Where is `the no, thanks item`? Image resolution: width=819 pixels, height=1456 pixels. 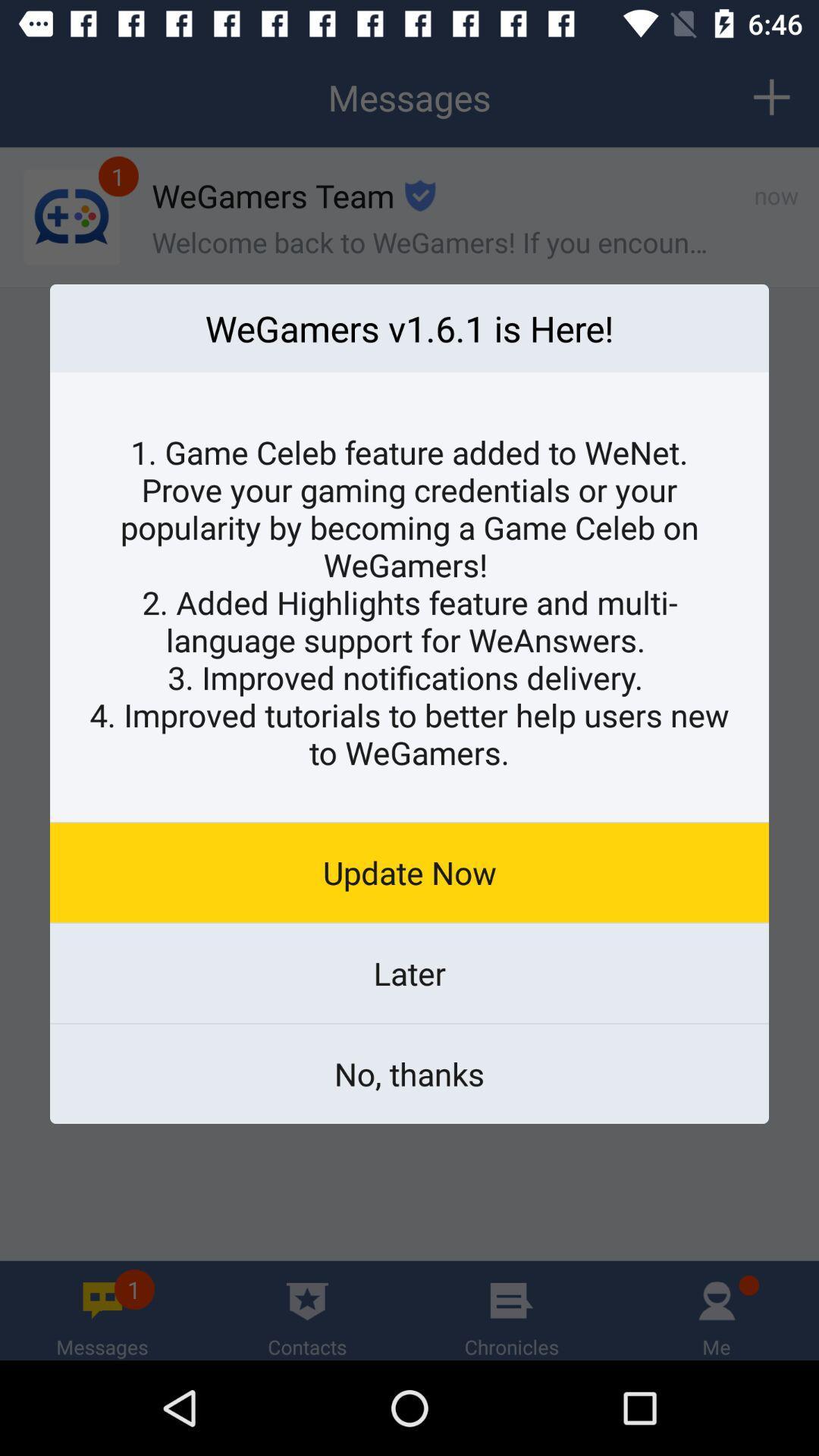 the no, thanks item is located at coordinates (409, 1073).